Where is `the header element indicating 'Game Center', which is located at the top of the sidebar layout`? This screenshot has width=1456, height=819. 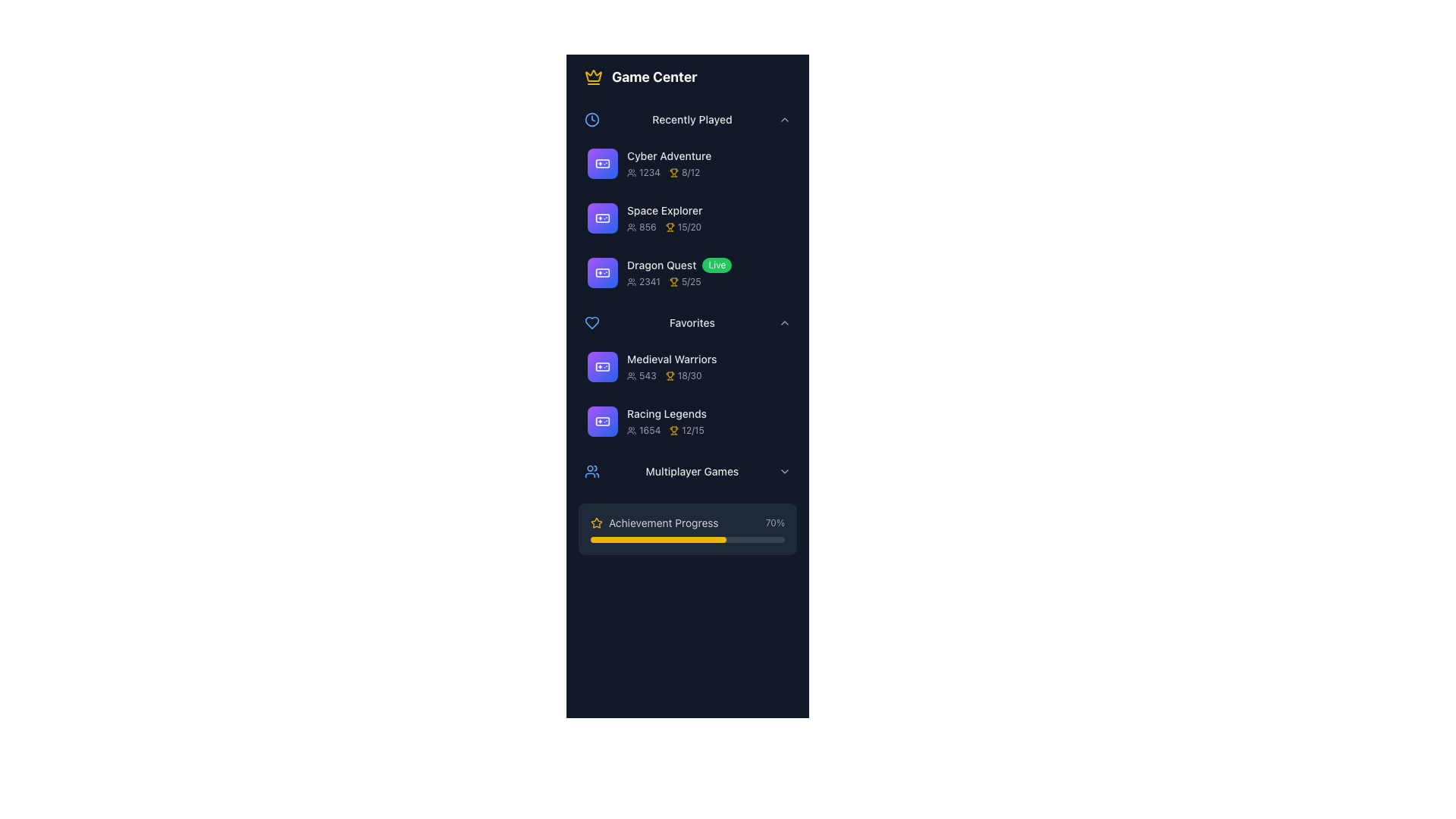
the header element indicating 'Game Center', which is located at the top of the sidebar layout is located at coordinates (687, 77).